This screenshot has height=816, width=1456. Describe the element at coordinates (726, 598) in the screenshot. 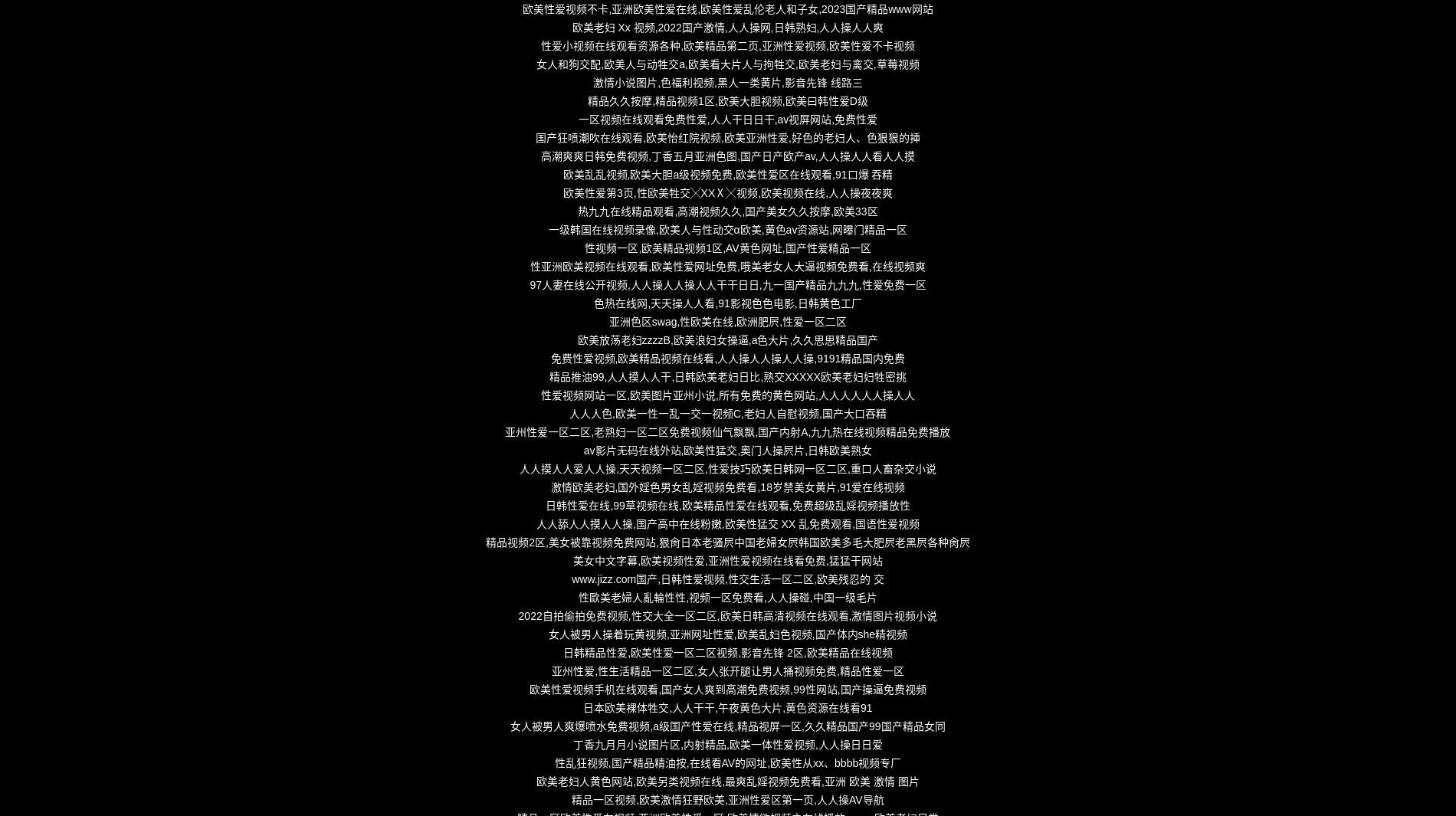

I see `'性歐美老婦人亂輪性性,视频一区免费看,人人操碰,中国一级毛片'` at that location.